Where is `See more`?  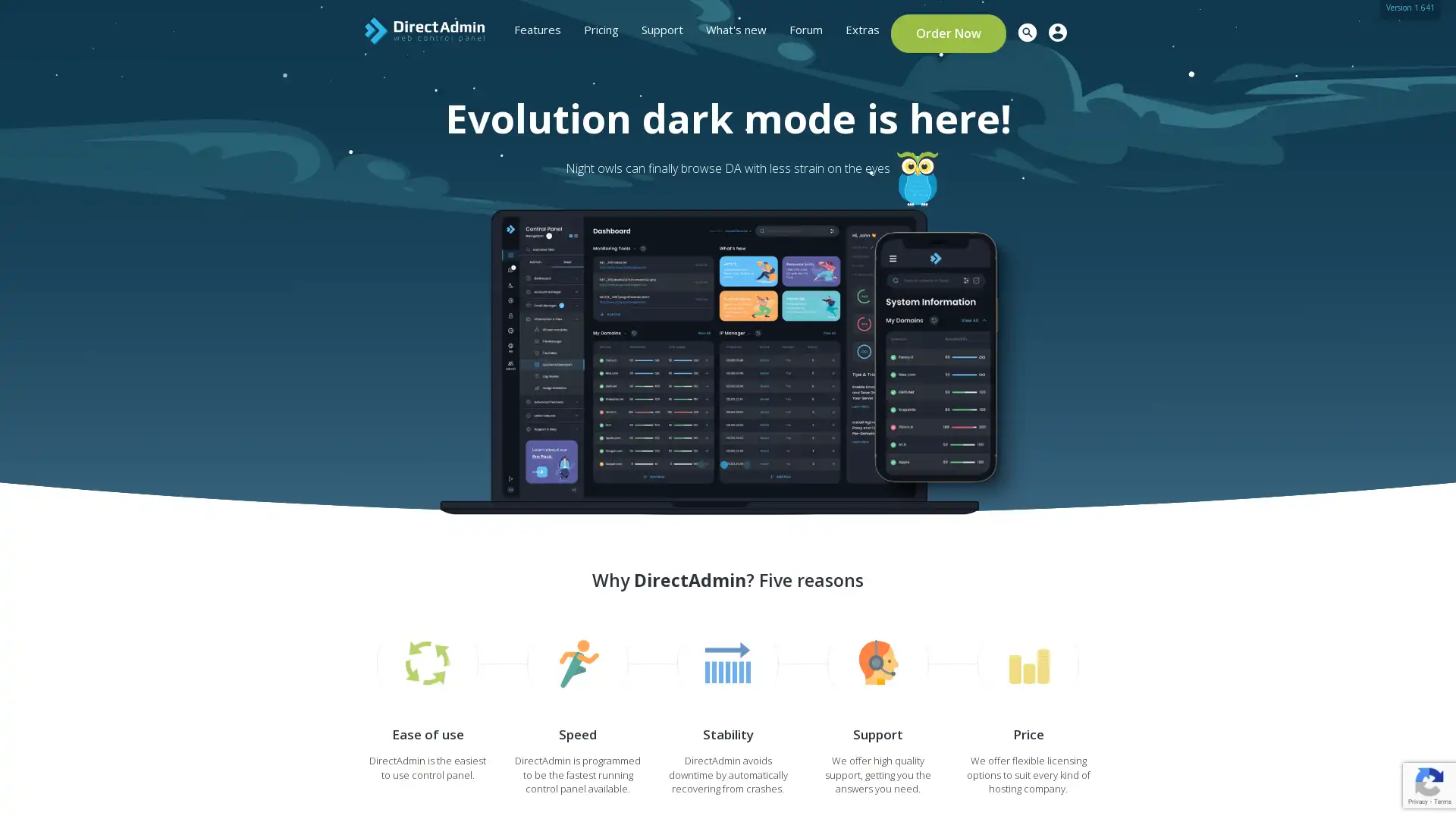
See more is located at coordinates (342, 336).